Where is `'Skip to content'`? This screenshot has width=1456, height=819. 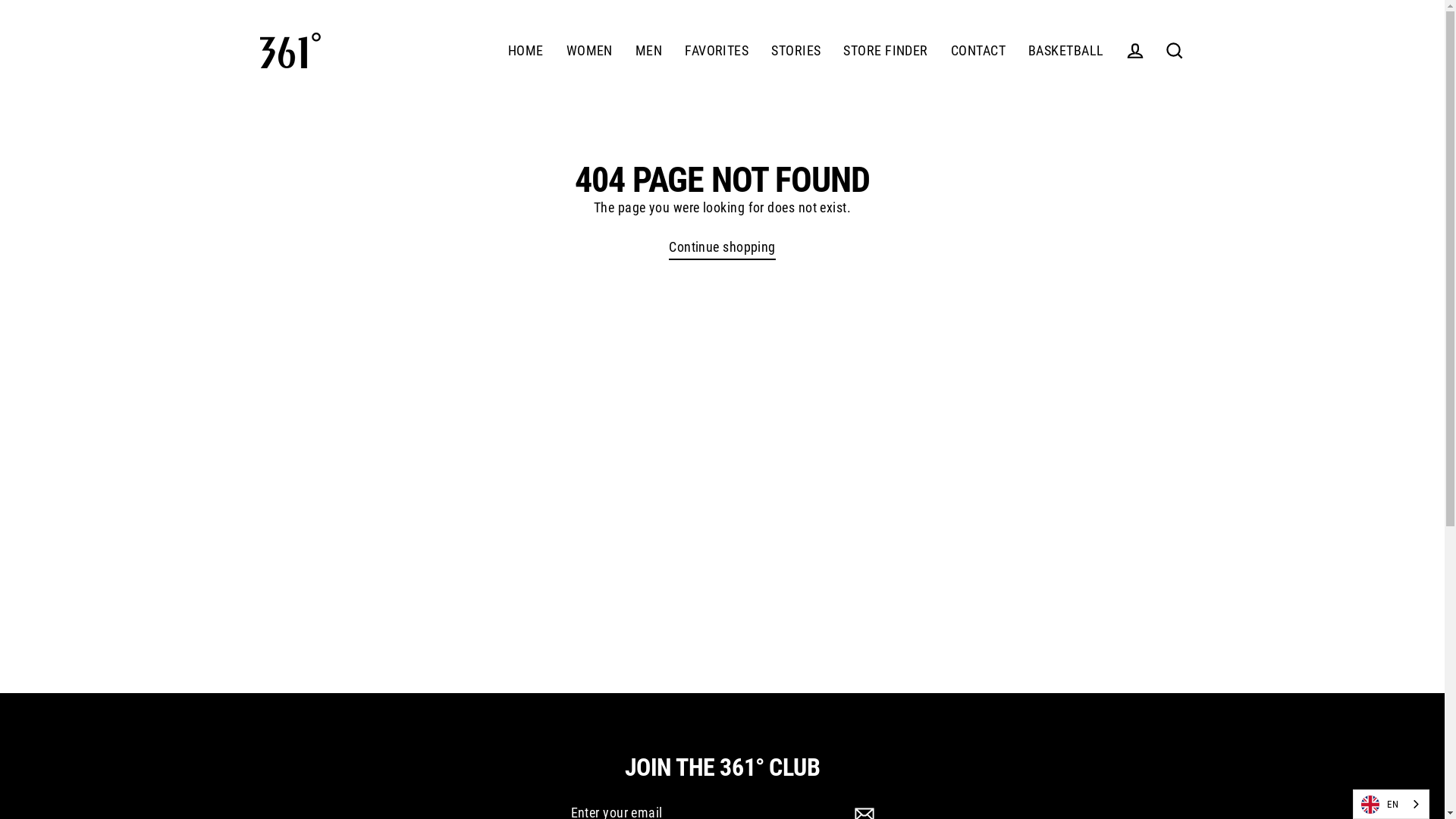 'Skip to content' is located at coordinates (0, 0).